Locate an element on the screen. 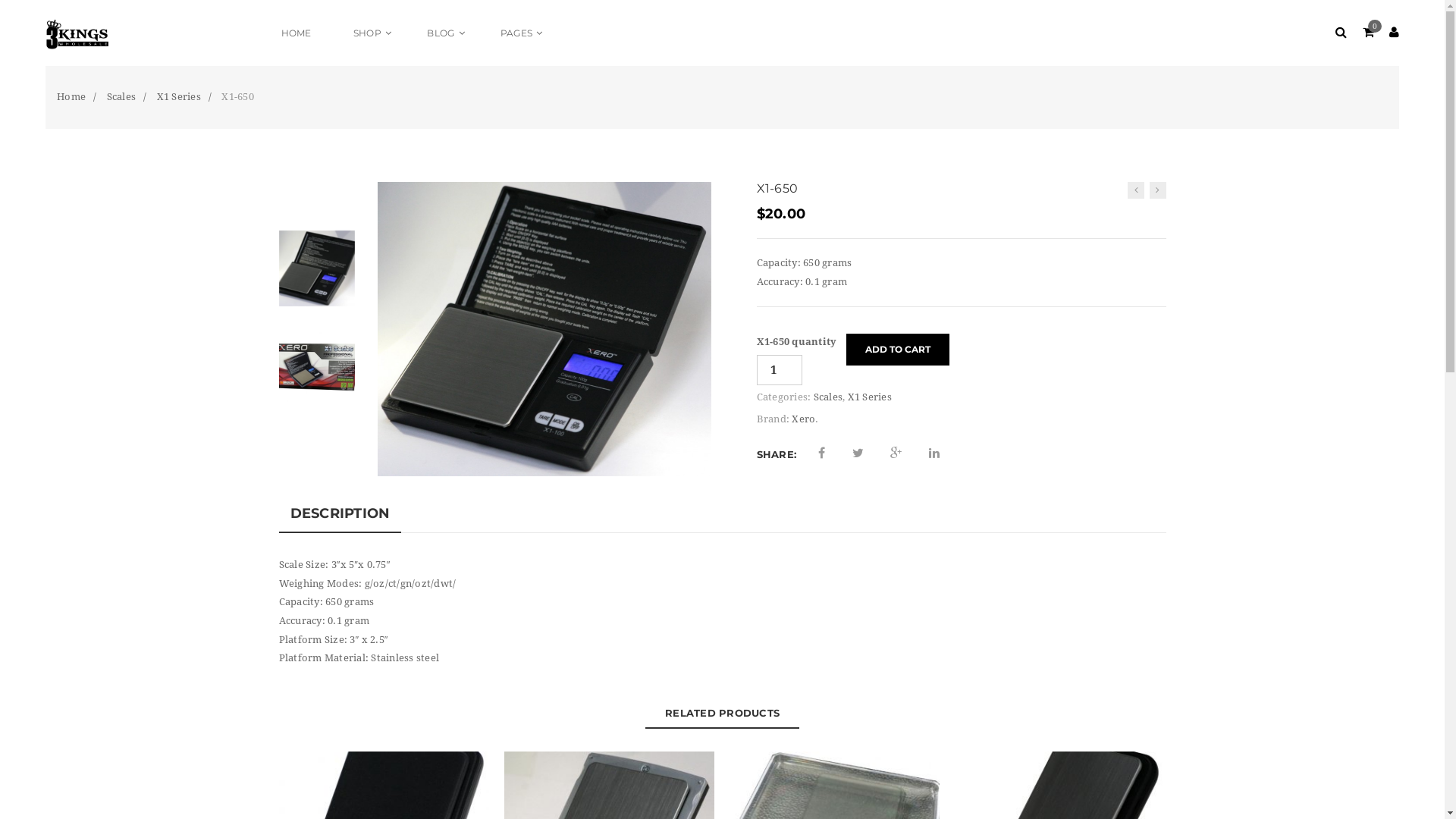  'X1 Series' is located at coordinates (870, 396).